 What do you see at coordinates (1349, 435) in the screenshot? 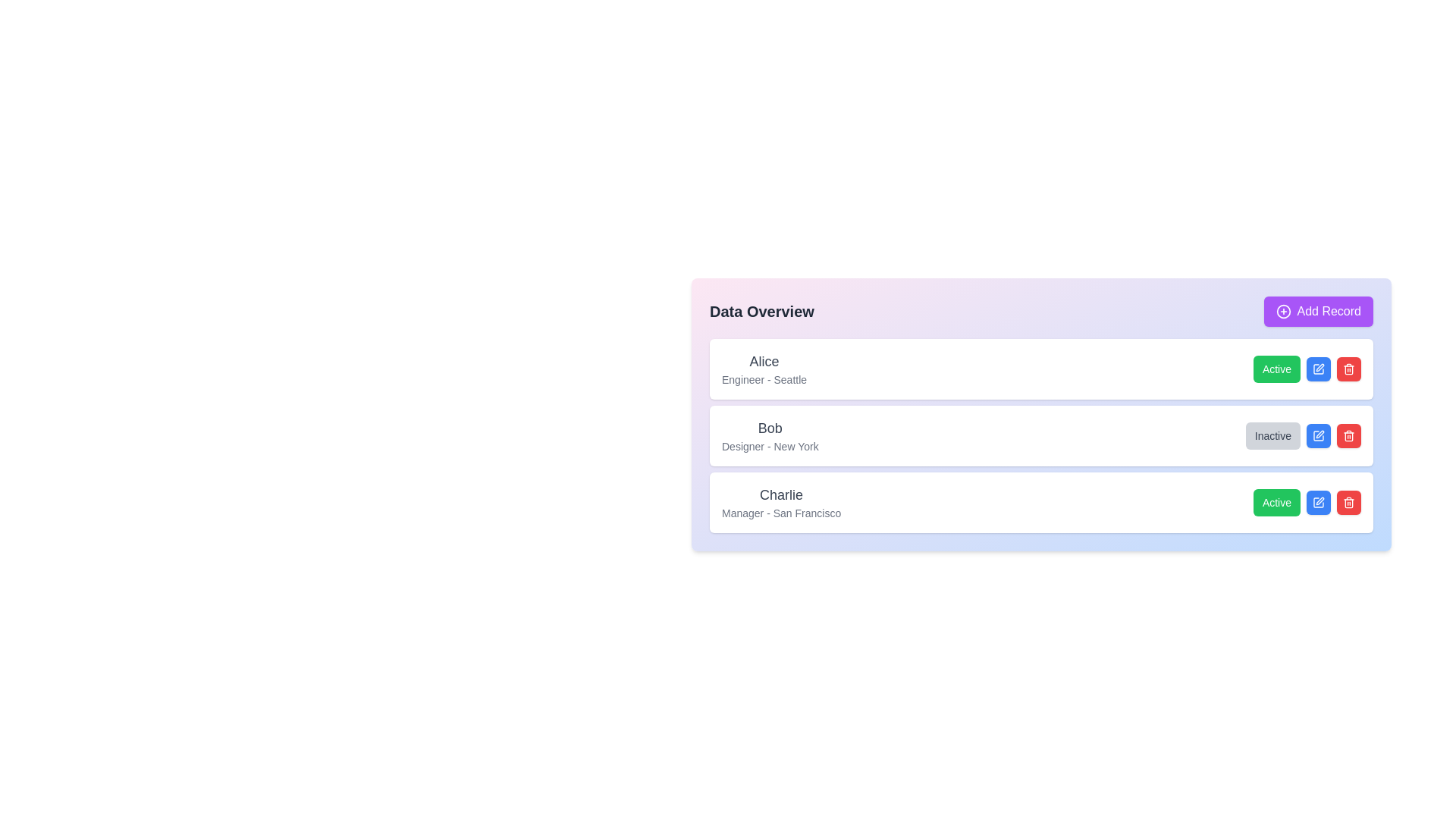
I see `the red trashcan icon representing the delete action for Bob (Designer - New York)` at bounding box center [1349, 435].